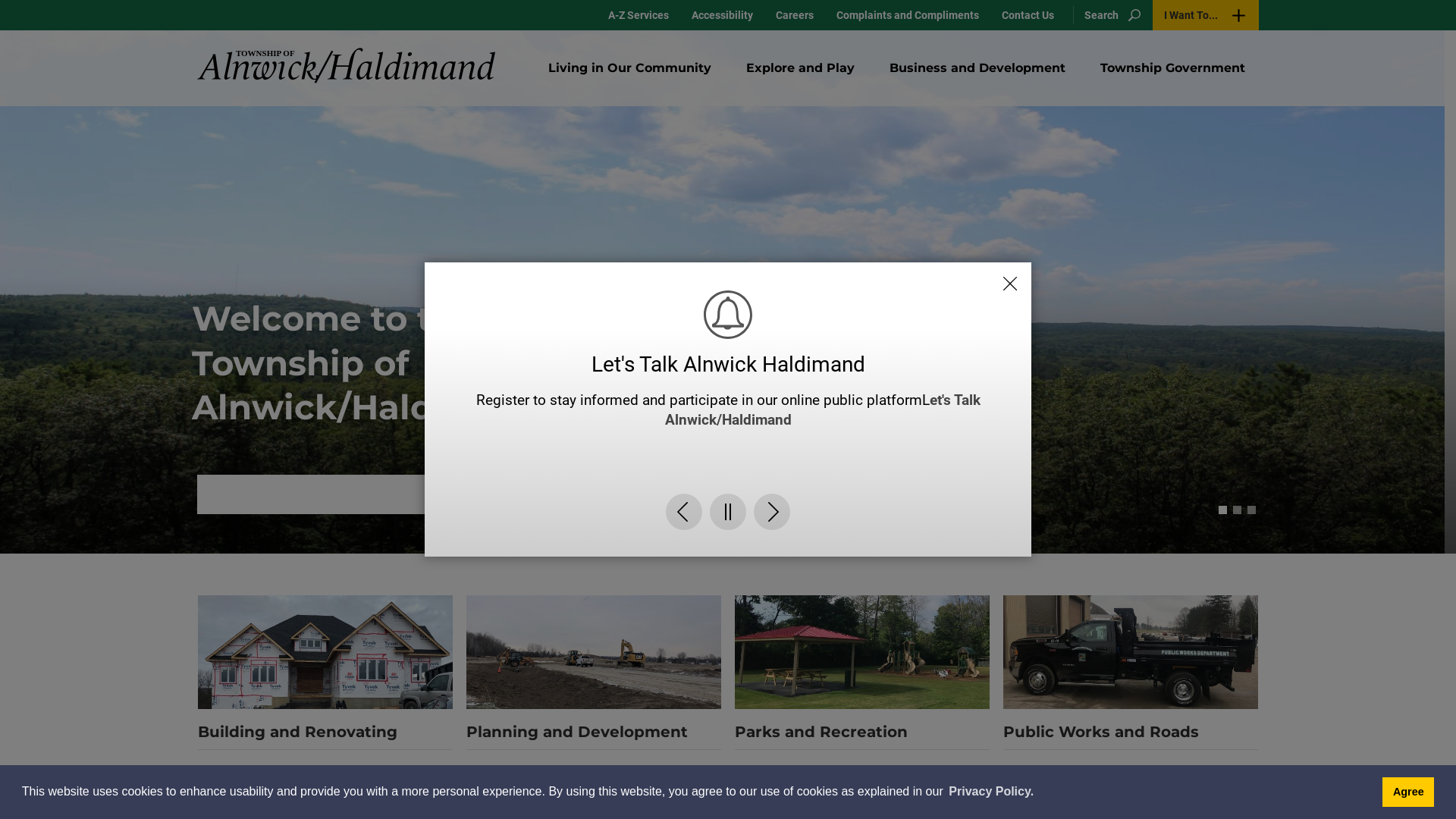  What do you see at coordinates (1028, 14) in the screenshot?
I see `'Contact Us'` at bounding box center [1028, 14].